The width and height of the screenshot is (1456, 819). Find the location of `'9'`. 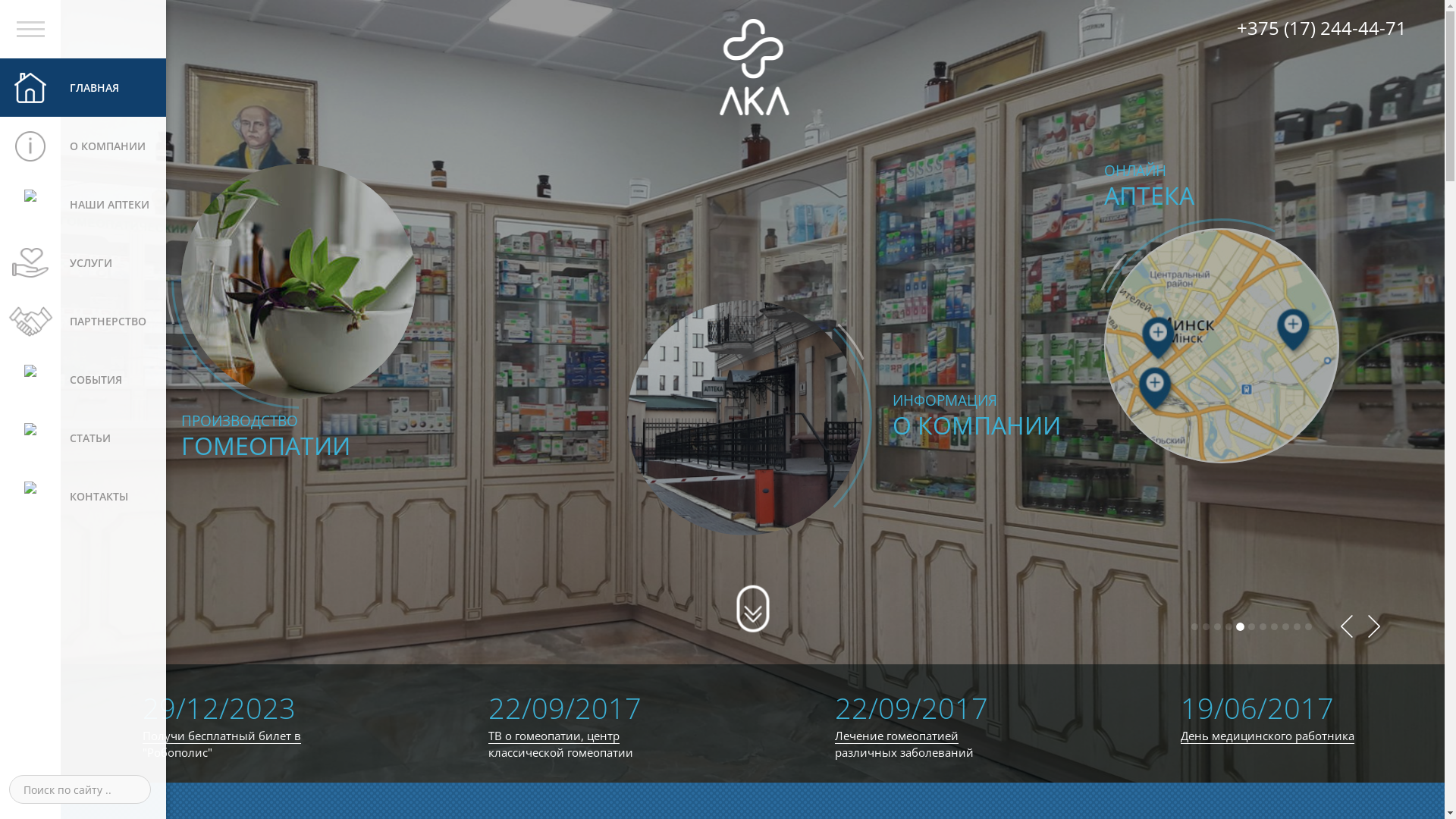

'9' is located at coordinates (1285, 626).